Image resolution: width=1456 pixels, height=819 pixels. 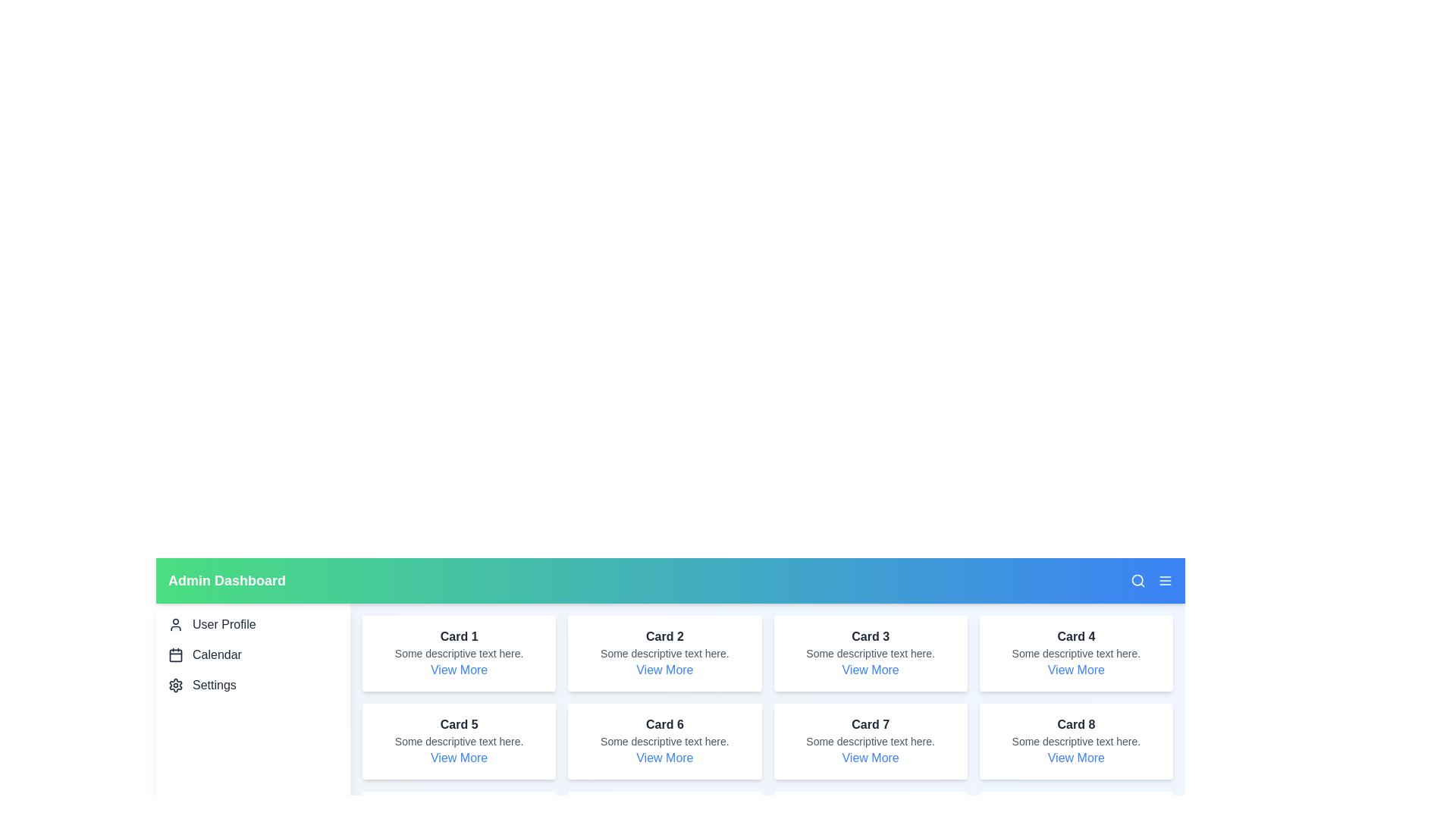 What do you see at coordinates (253, 654) in the screenshot?
I see `the menu item Calendar from the sidebar` at bounding box center [253, 654].